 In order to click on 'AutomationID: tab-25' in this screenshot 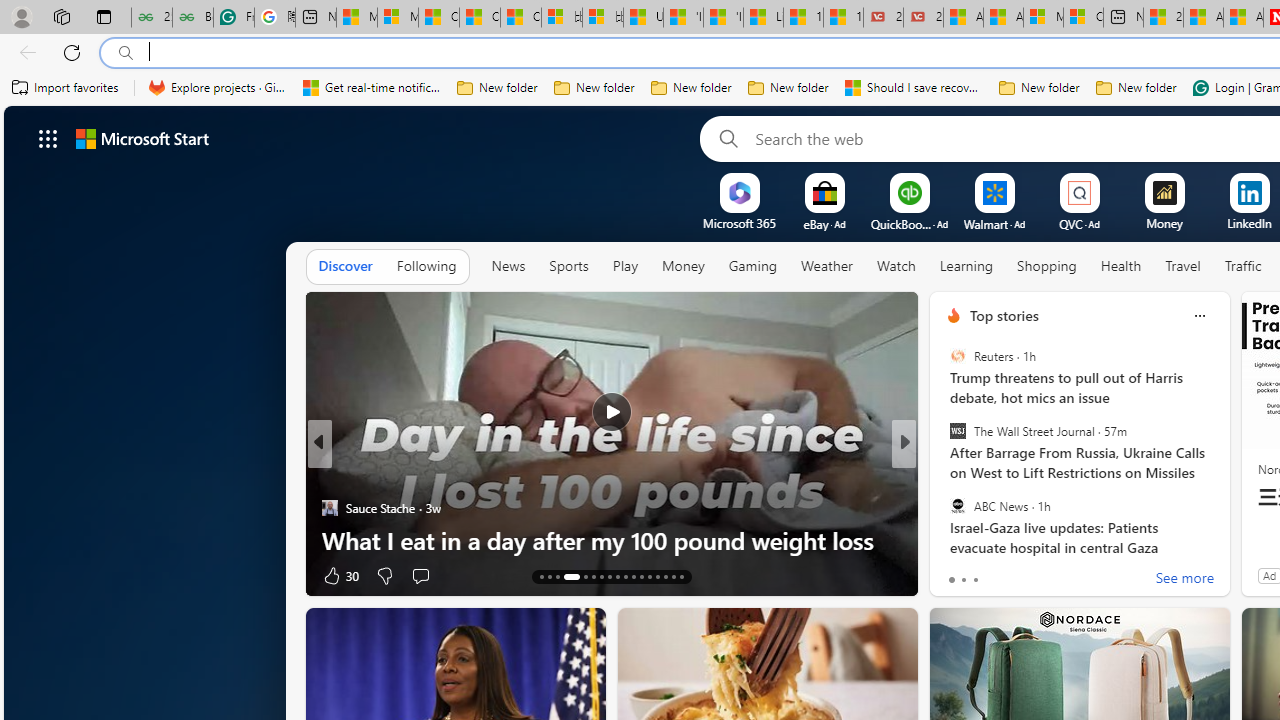, I will do `click(649, 577)`.